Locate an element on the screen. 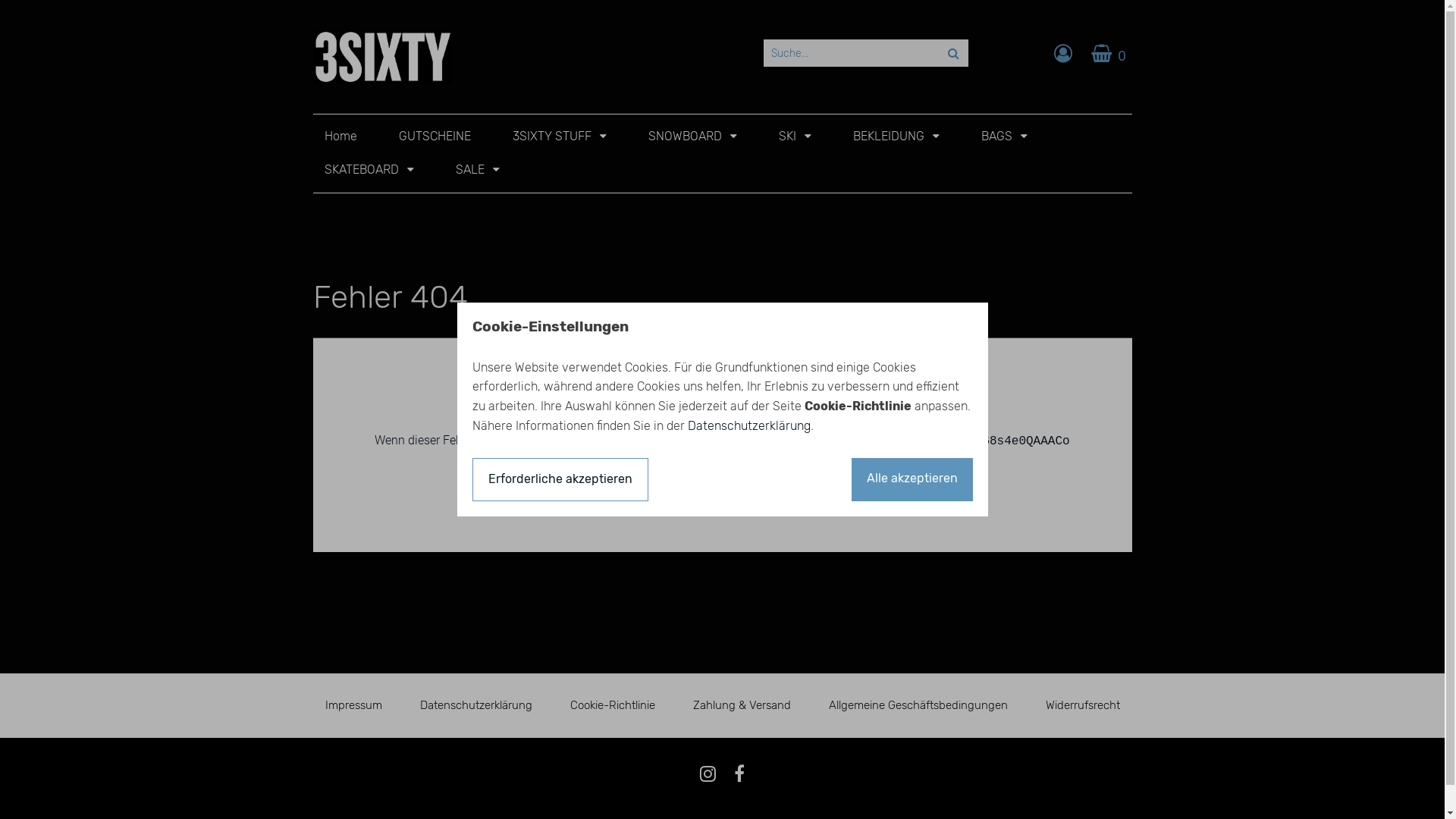 This screenshot has height=819, width=1456. 'Zahlung & Versand' is located at coordinates (742, 704).